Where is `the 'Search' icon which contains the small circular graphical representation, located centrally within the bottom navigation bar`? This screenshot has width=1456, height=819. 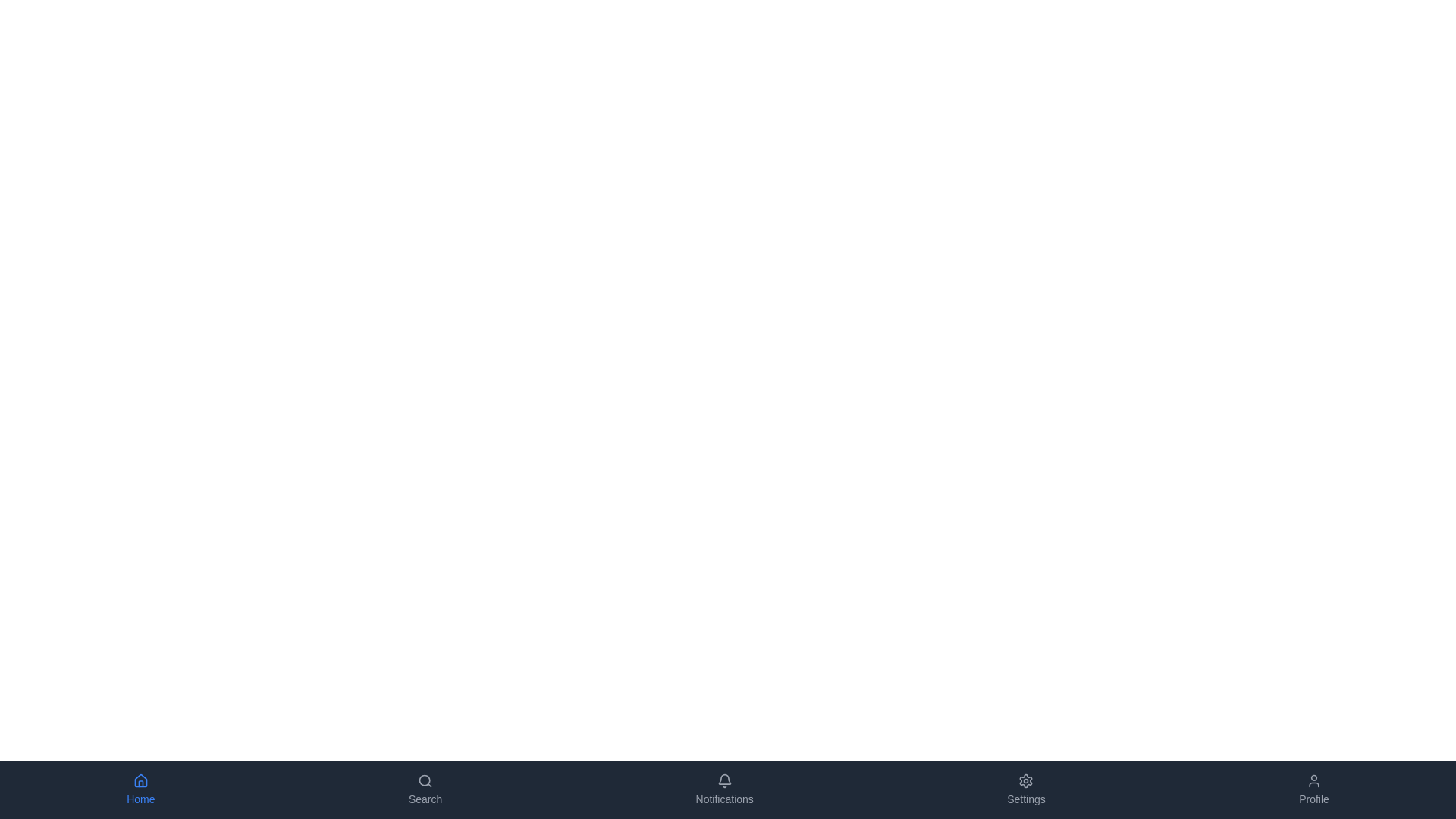
the 'Search' icon which contains the small circular graphical representation, located centrally within the bottom navigation bar is located at coordinates (425, 780).